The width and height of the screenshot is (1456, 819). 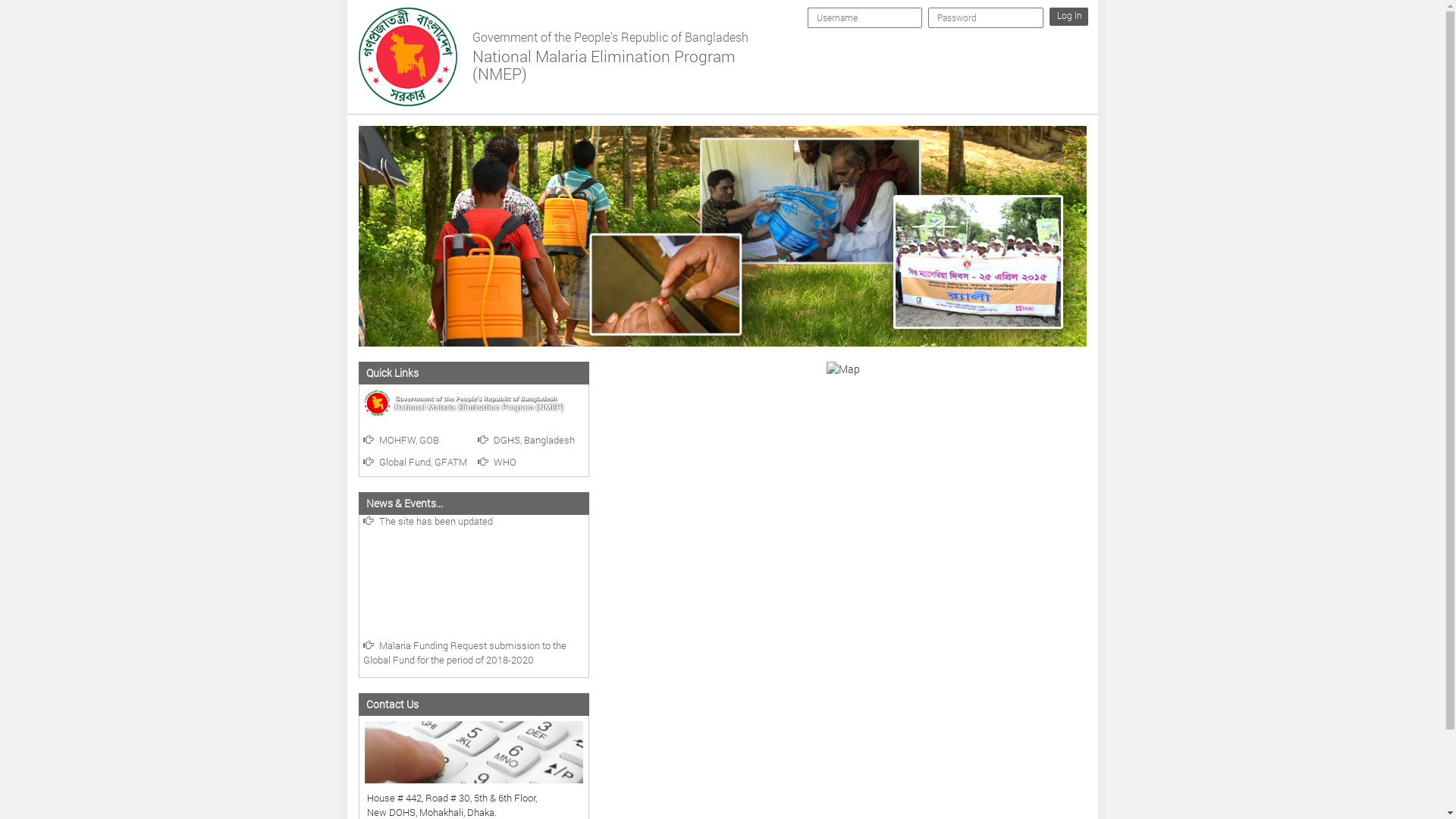 What do you see at coordinates (414, 461) in the screenshot?
I see `'Global Fund, GFATM'` at bounding box center [414, 461].